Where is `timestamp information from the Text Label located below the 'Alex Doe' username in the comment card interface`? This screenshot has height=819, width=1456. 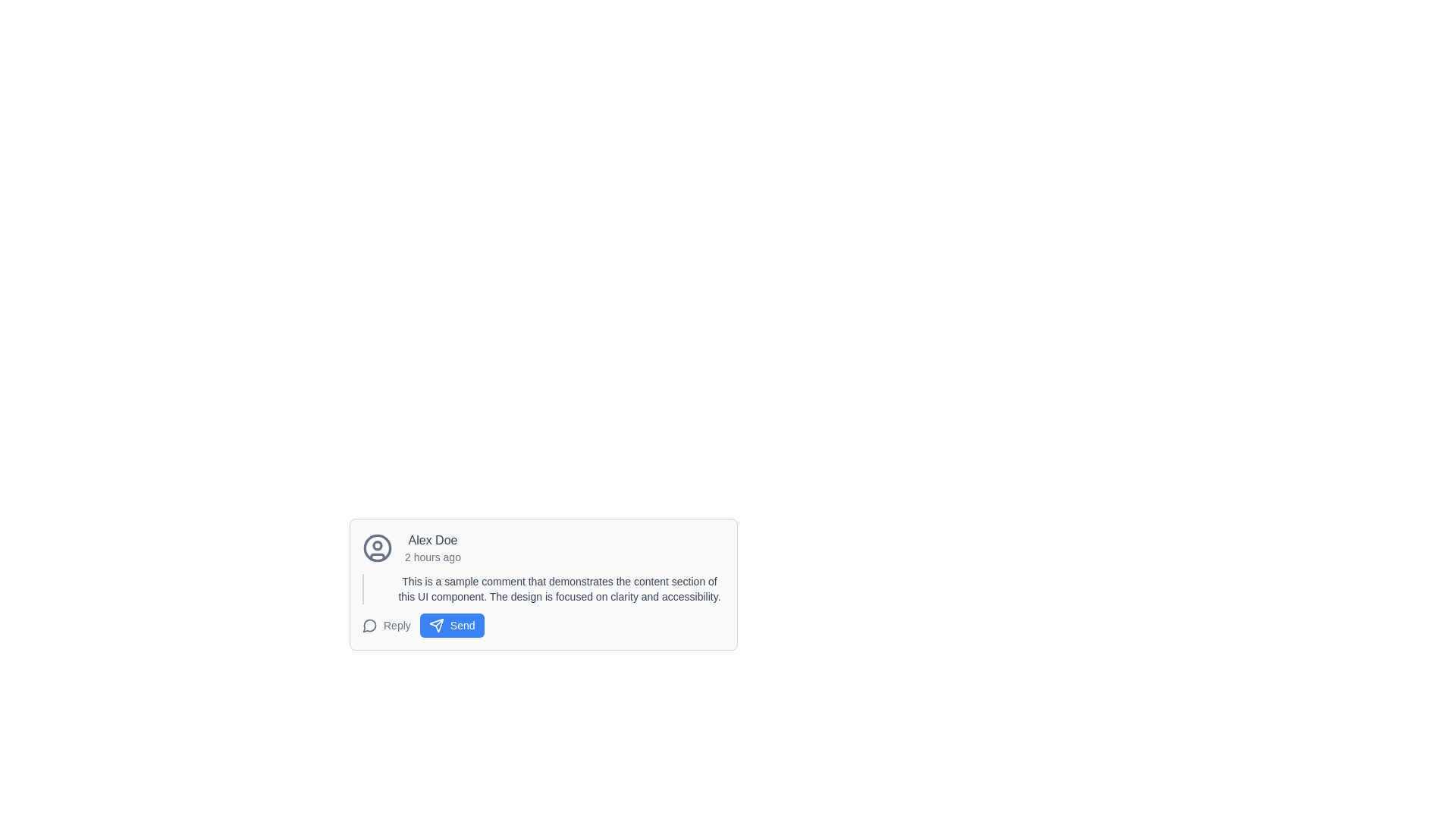 timestamp information from the Text Label located below the 'Alex Doe' username in the comment card interface is located at coordinates (432, 557).